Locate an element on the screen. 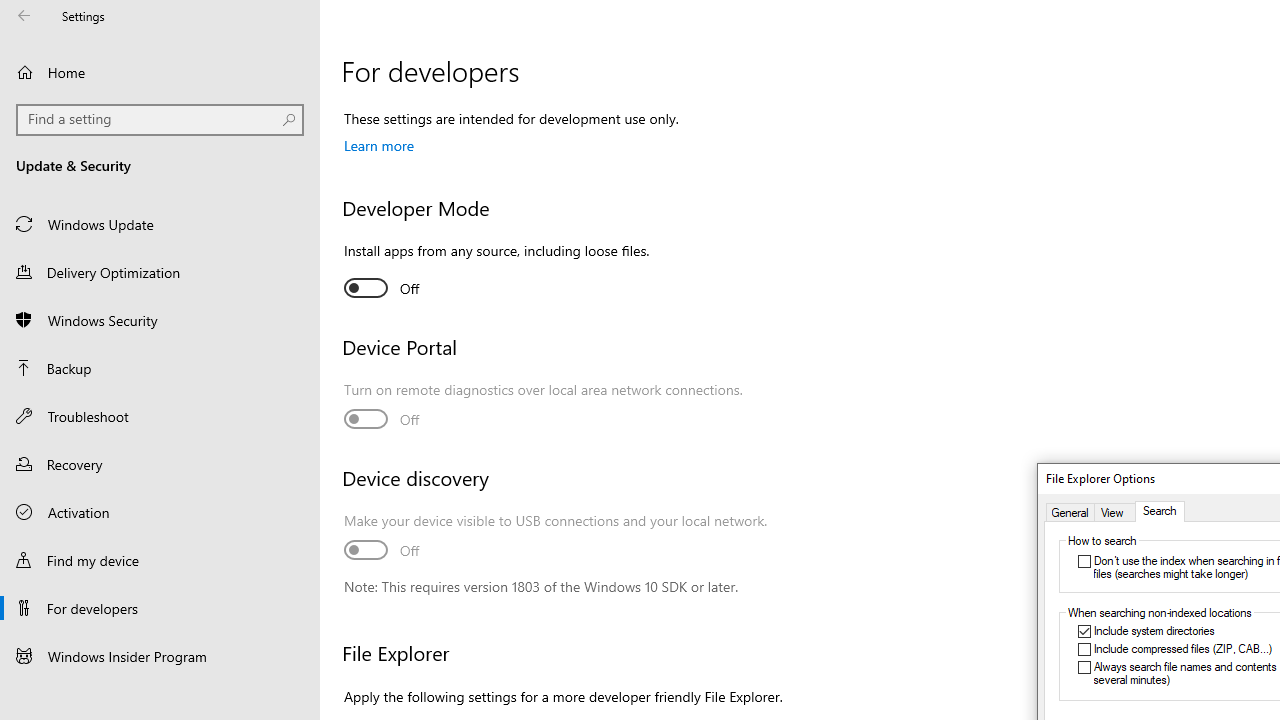  'Search' is located at coordinates (1159, 511).